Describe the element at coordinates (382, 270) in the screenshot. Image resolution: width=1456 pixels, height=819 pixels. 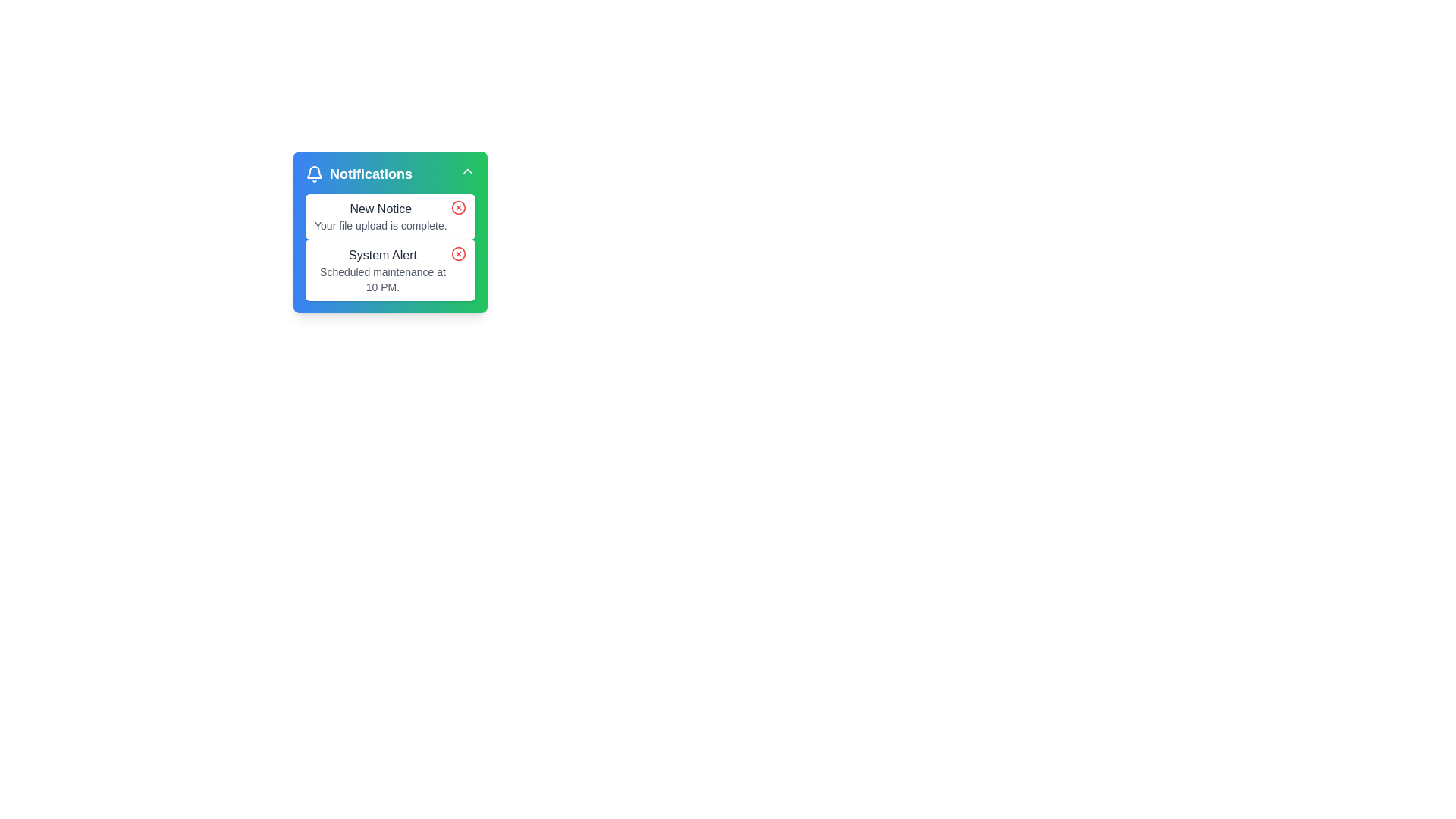
I see `the textual notification panel that displays 'System Alert' and 'Scheduled maintenance at 10 PM.'` at that location.